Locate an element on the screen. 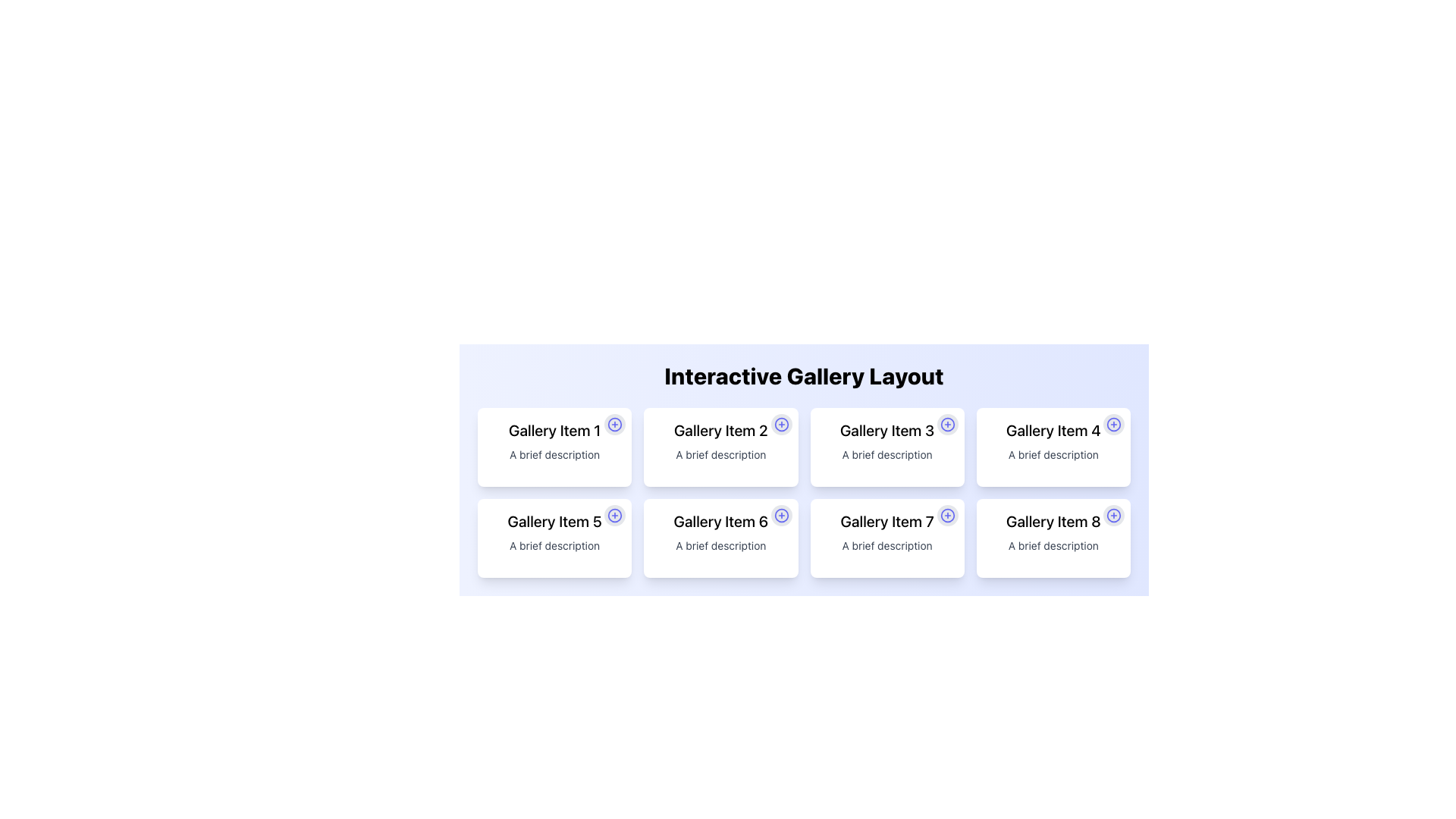  the indigo circular icon button with a plus sign located in the top-right corner of the second gallery item is located at coordinates (781, 424).